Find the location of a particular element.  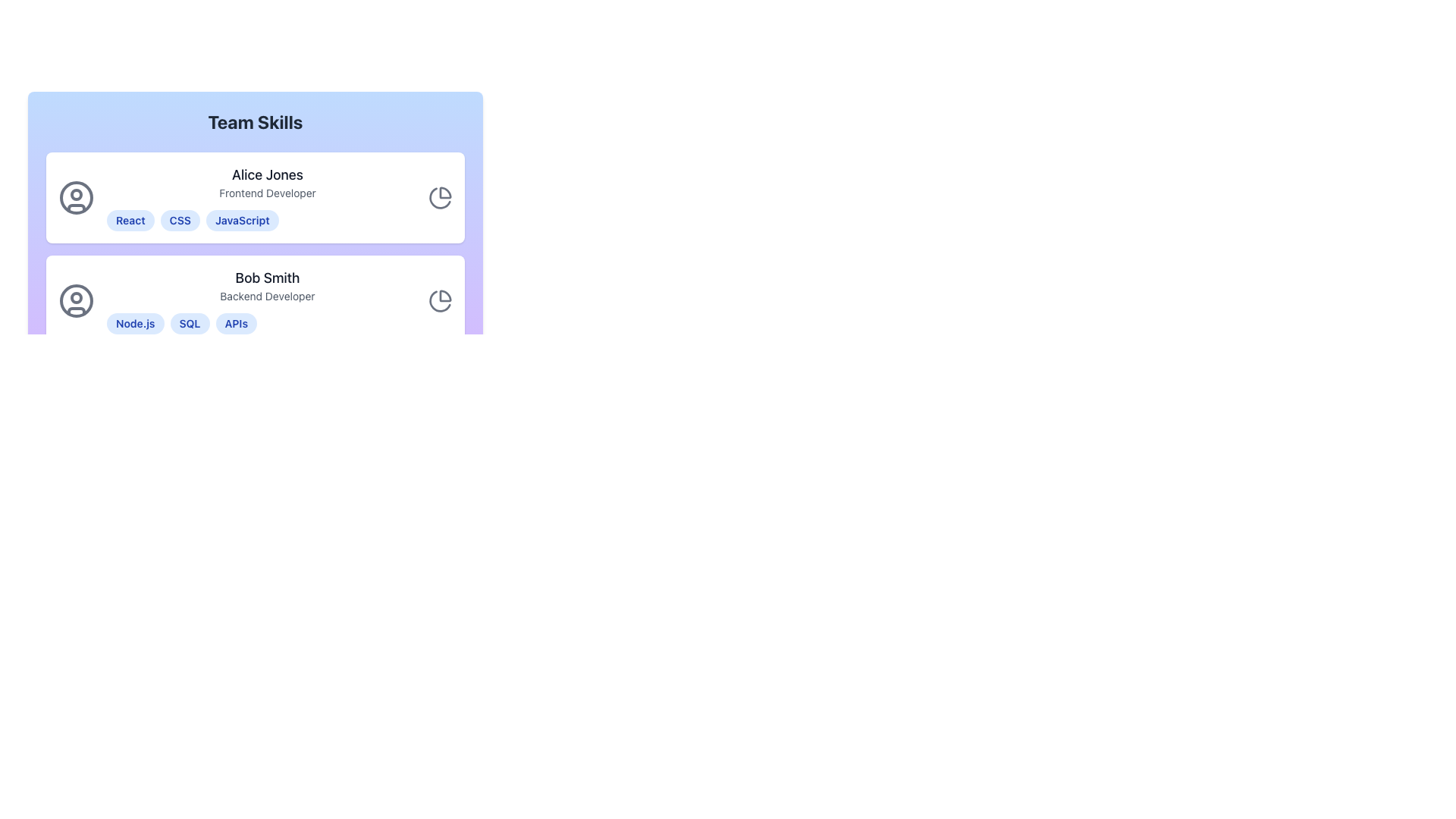

the first badge below the name 'Alice Jones' and the title 'Frontend Developer' is located at coordinates (130, 220).